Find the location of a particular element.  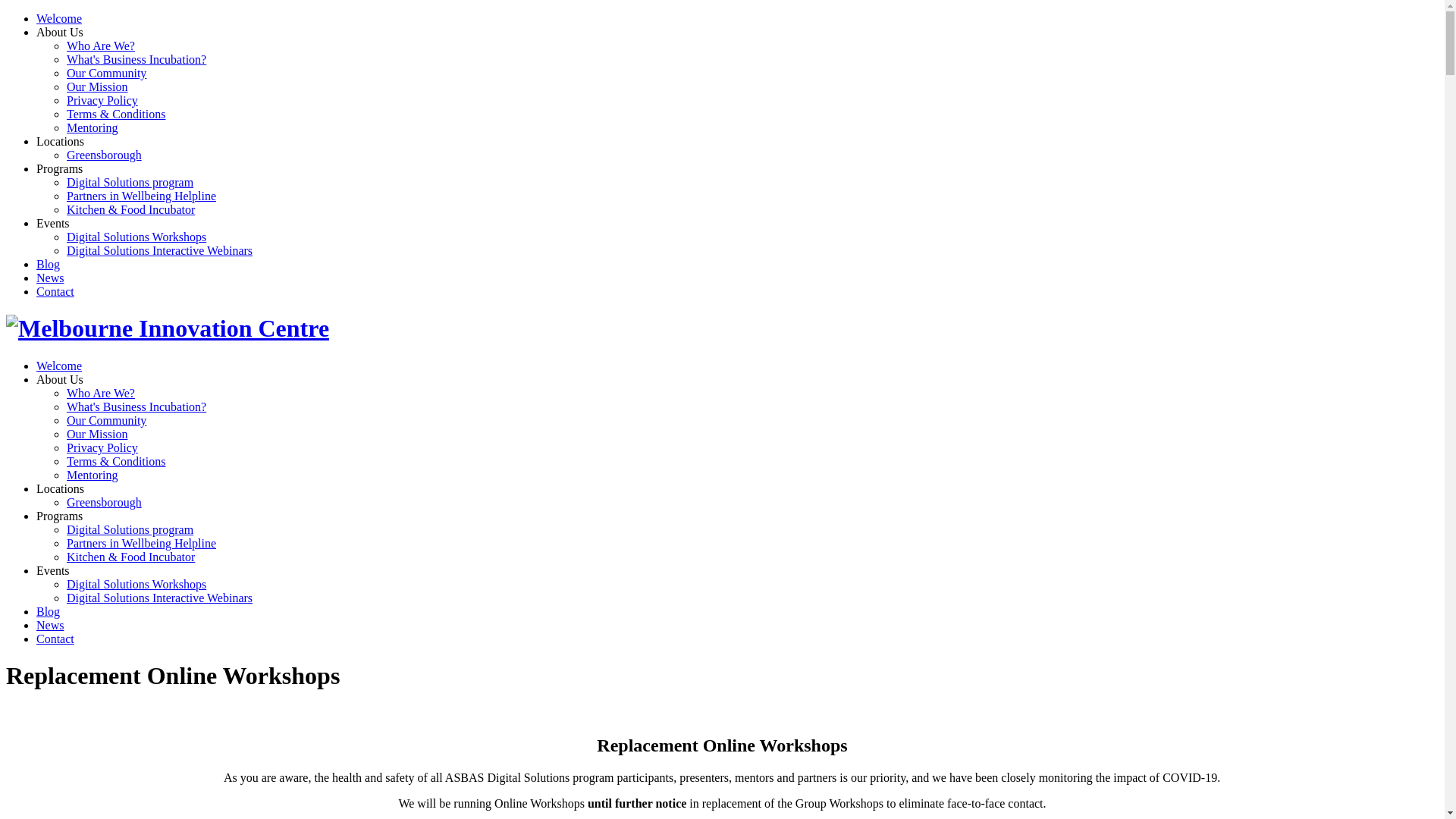

'Digital Solutions Interactive Webinars' is located at coordinates (159, 597).